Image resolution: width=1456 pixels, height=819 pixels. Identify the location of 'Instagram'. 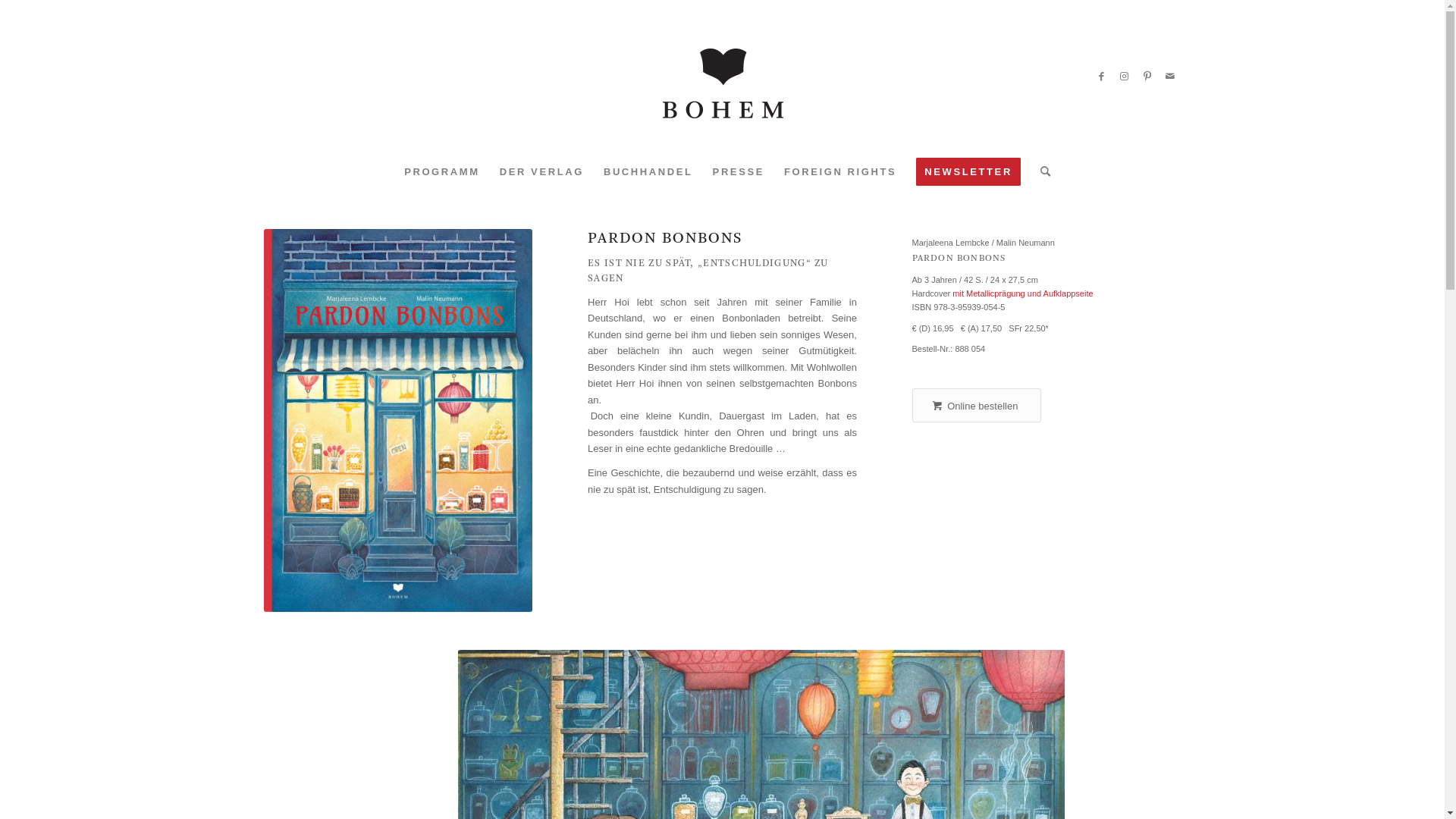
(1113, 76).